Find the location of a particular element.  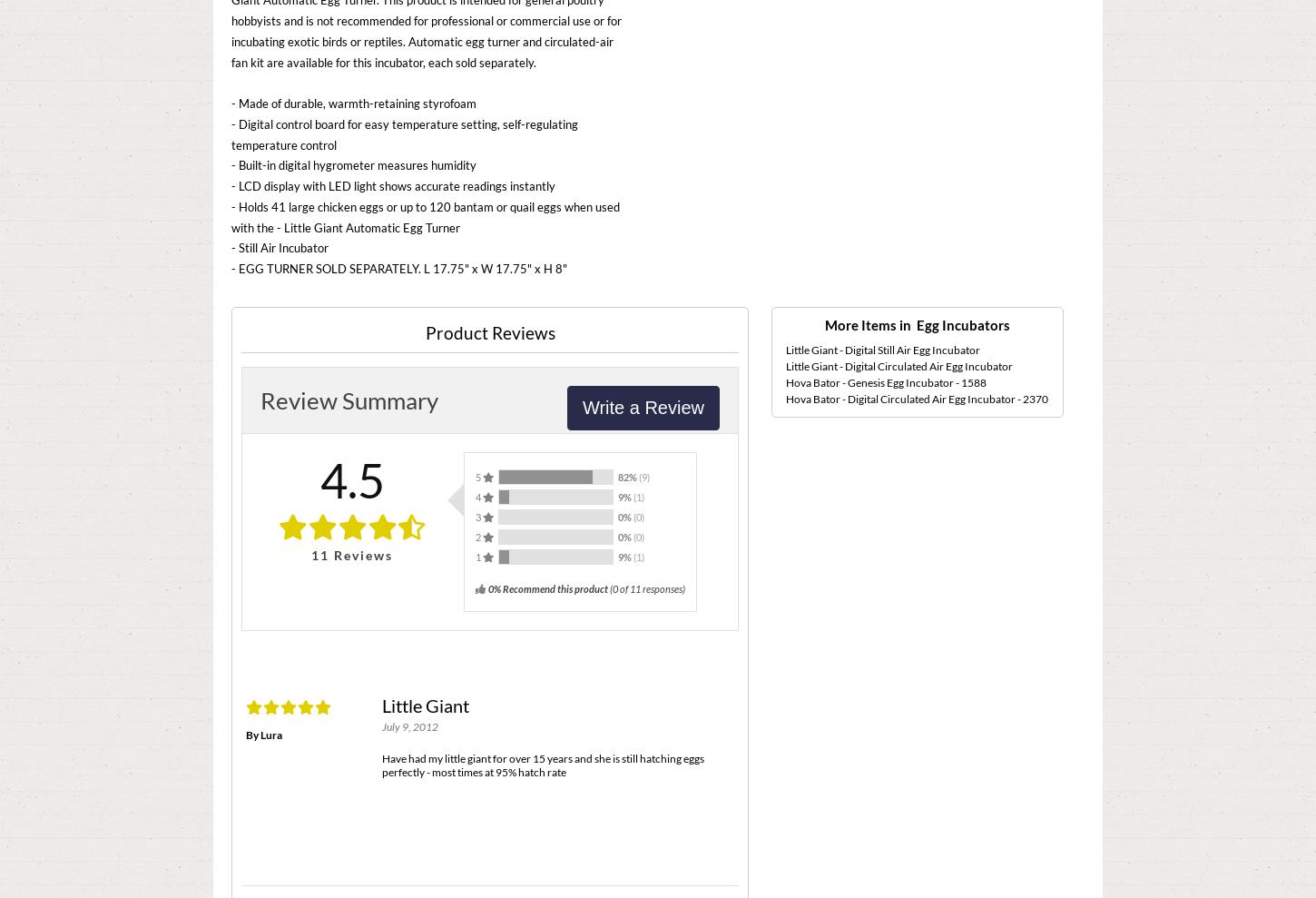

'(' is located at coordinates (609, 588).